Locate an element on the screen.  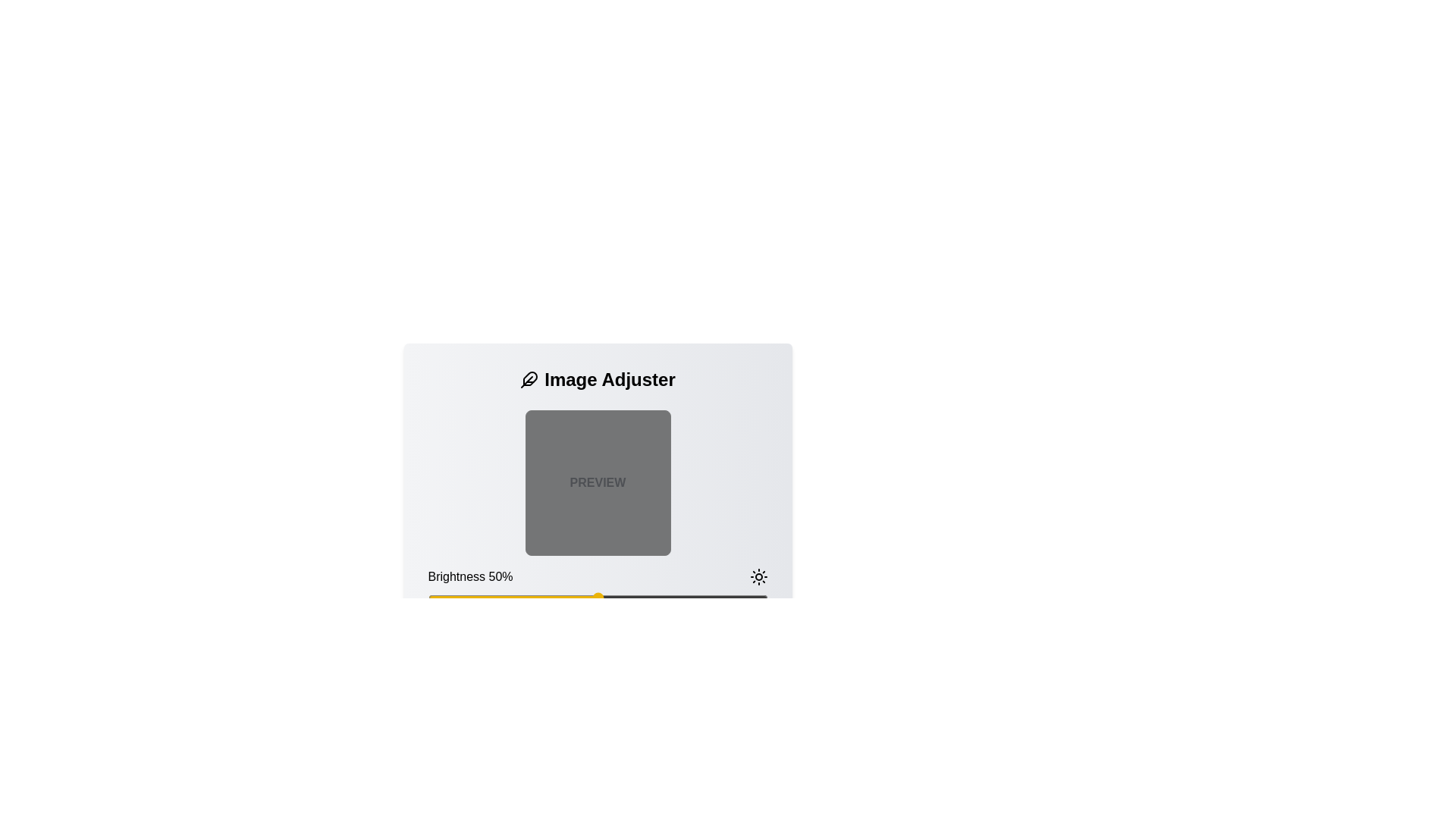
the brightness adjustment icon located at the far right of the 'Brightness 50%' section is located at coordinates (758, 576).